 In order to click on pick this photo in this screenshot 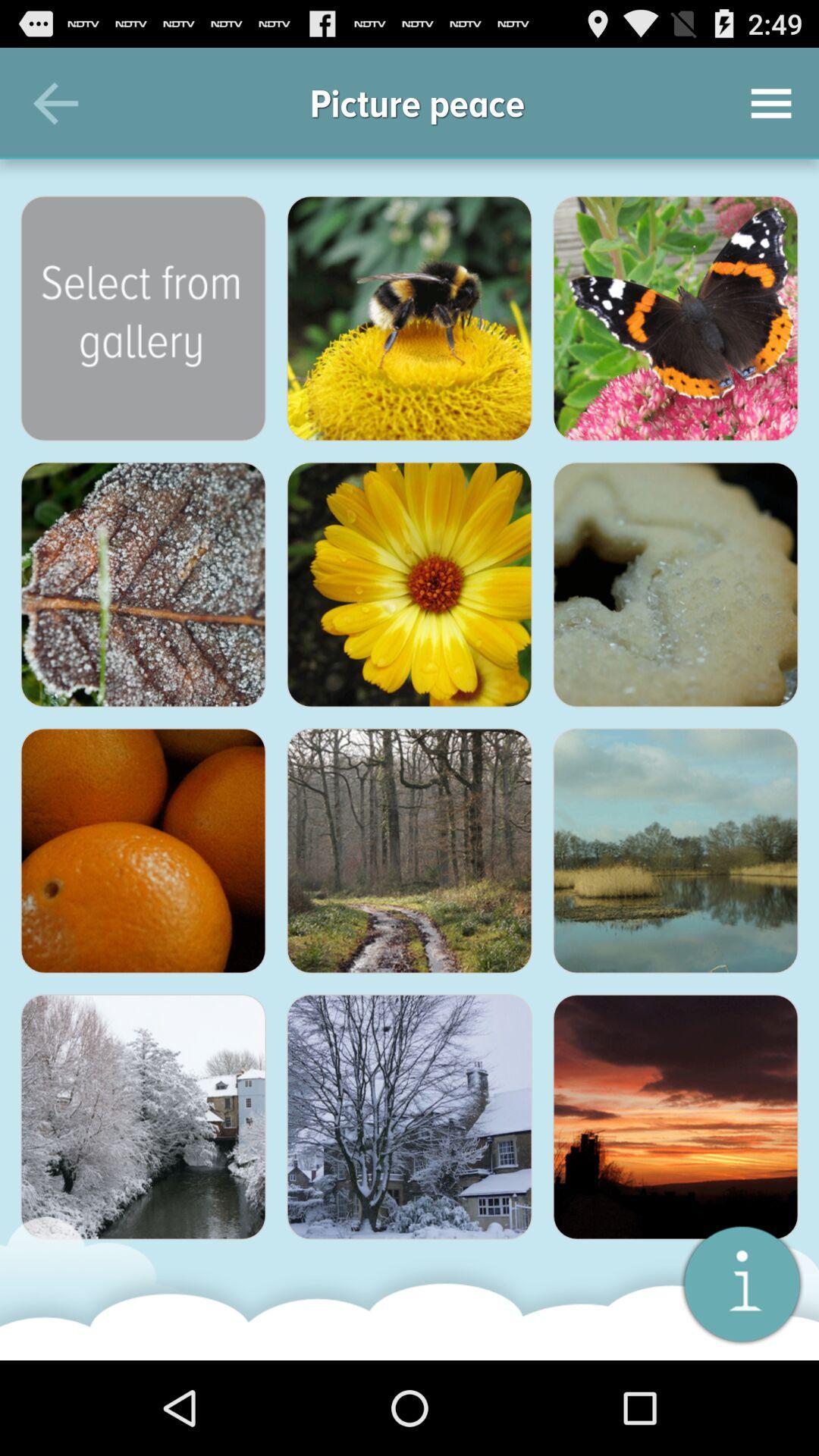, I will do `click(675, 584)`.